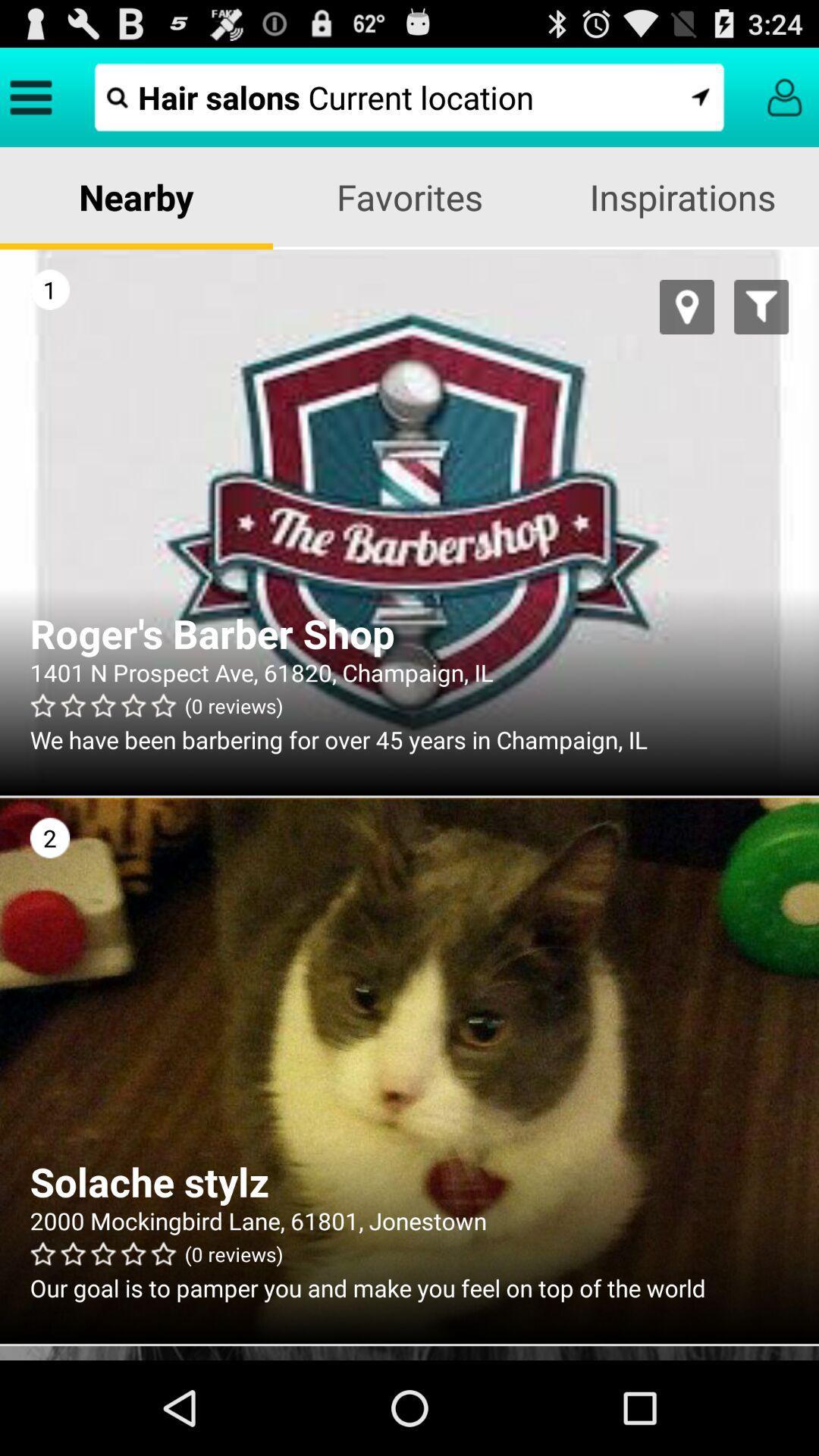 Image resolution: width=819 pixels, height=1456 pixels. What do you see at coordinates (136, 196) in the screenshot?
I see `app below the hair salons current app` at bounding box center [136, 196].